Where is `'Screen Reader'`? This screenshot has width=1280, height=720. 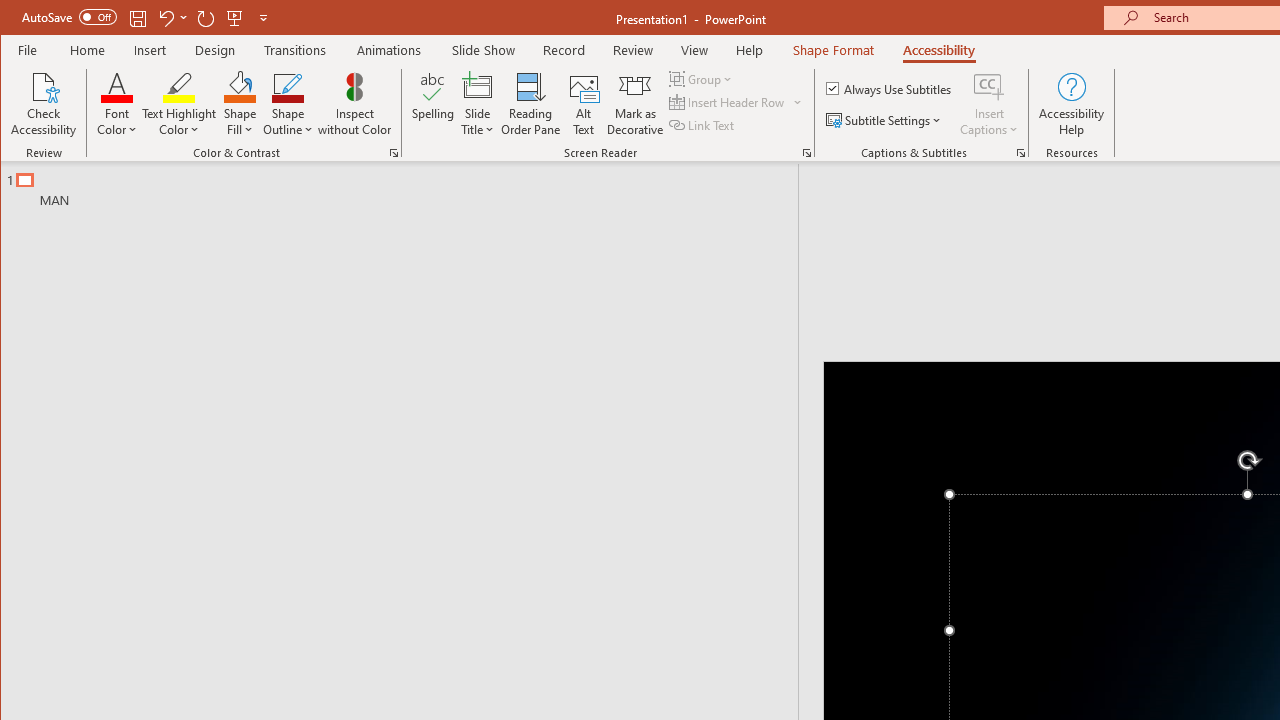 'Screen Reader' is located at coordinates (807, 152).